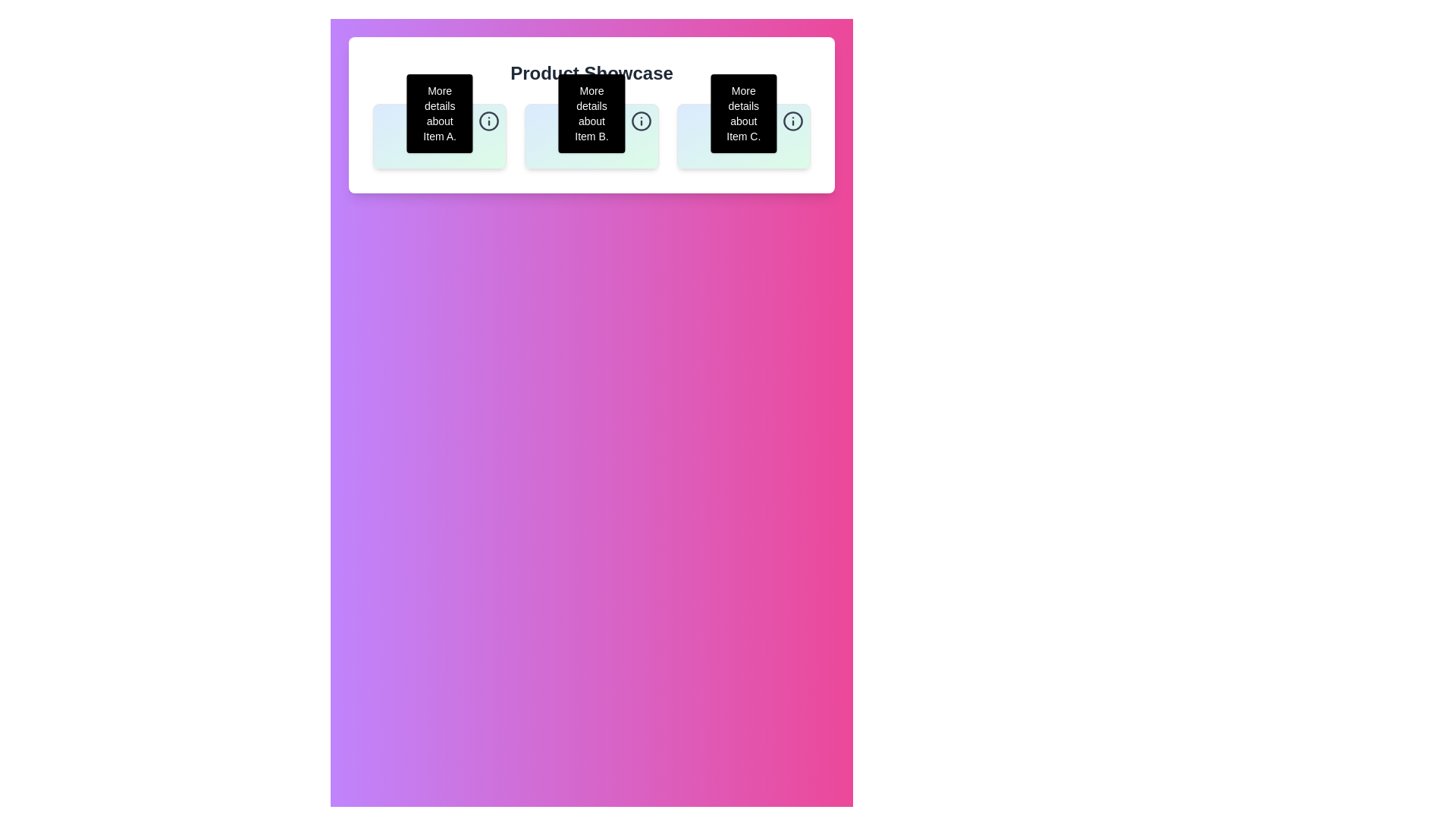 This screenshot has height=819, width=1456. What do you see at coordinates (439, 133) in the screenshot?
I see `the text label that identifies the content of the first card in a horizontally aligned group of similar cards` at bounding box center [439, 133].